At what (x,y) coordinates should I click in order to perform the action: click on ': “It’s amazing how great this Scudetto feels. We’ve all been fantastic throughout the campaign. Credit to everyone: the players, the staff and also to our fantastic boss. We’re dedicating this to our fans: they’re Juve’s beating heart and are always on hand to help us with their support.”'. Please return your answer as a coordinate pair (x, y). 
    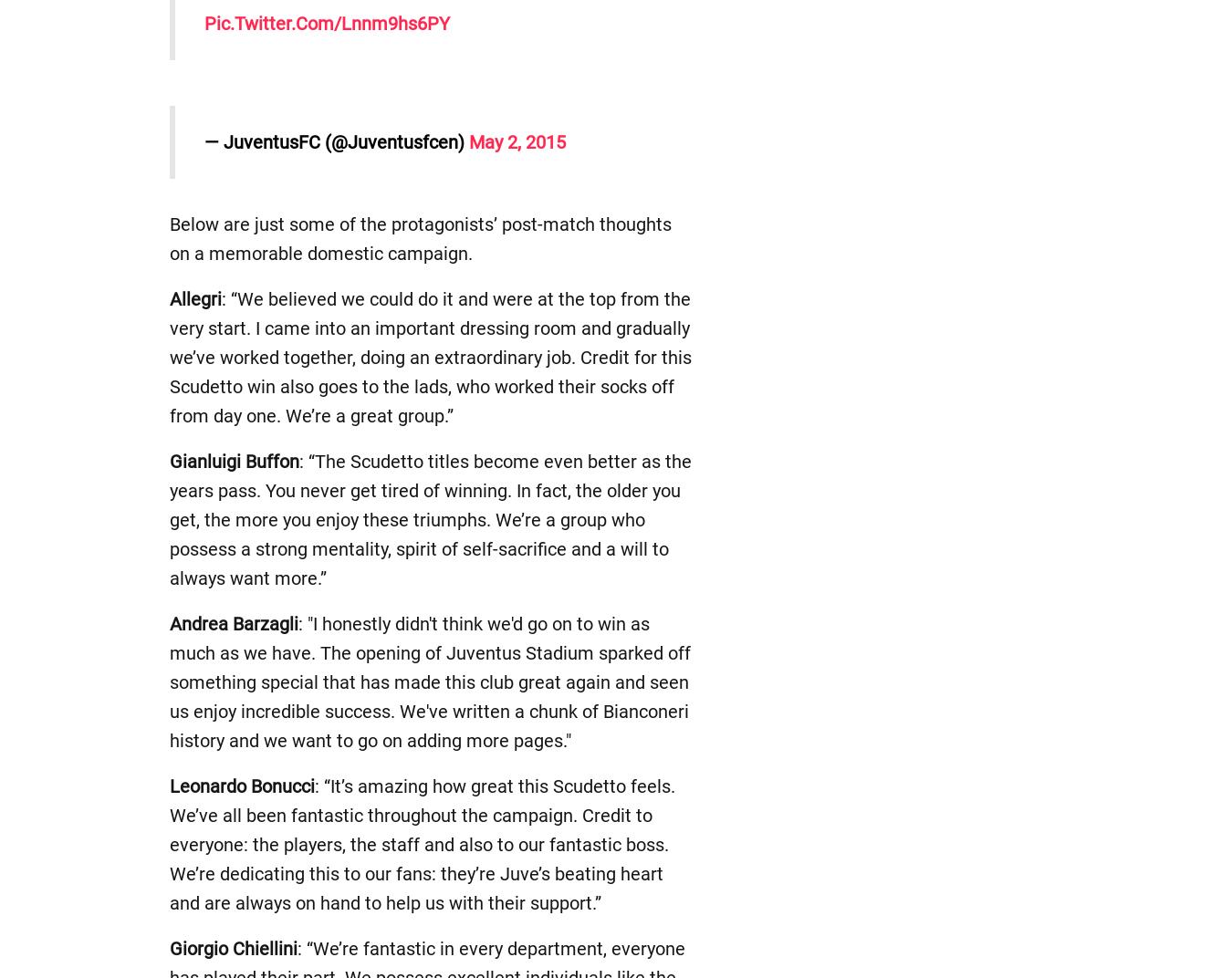
    Looking at the image, I should click on (420, 844).